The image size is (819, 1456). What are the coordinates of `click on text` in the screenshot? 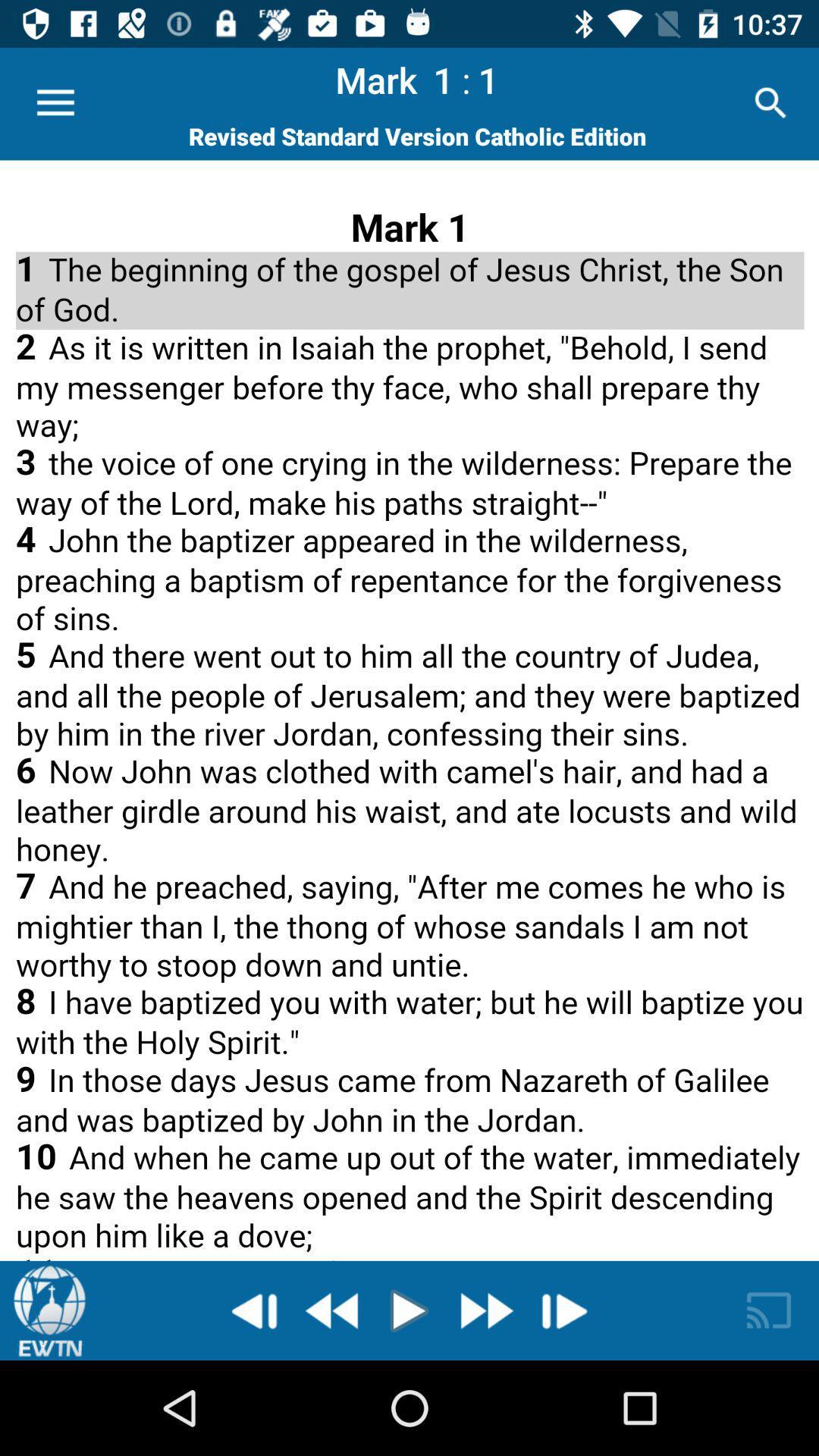 It's located at (409, 710).